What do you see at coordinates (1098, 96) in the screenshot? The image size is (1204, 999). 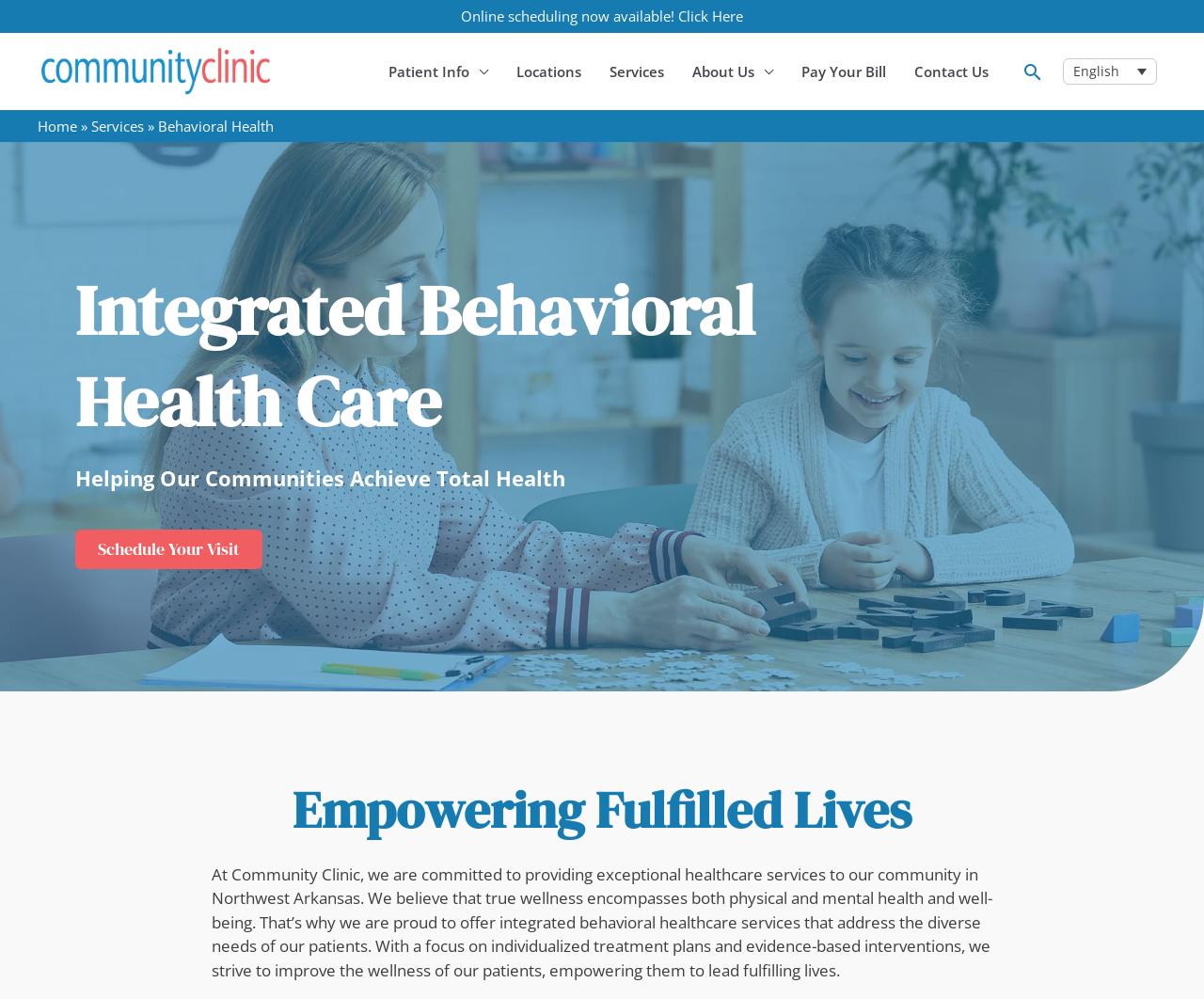 I see `'Español'` at bounding box center [1098, 96].